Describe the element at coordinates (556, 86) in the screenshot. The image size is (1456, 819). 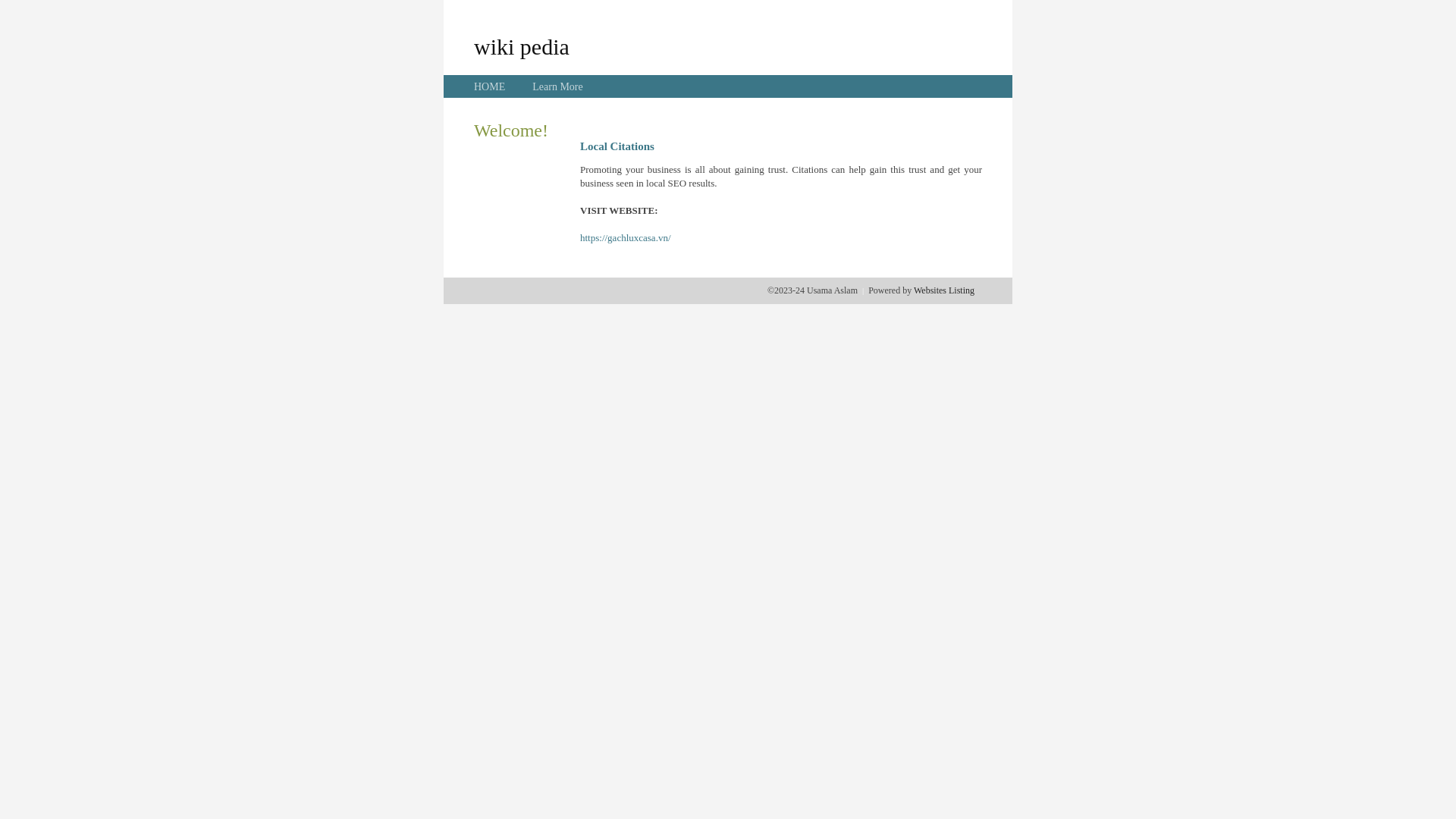
I see `'Learn More'` at that location.